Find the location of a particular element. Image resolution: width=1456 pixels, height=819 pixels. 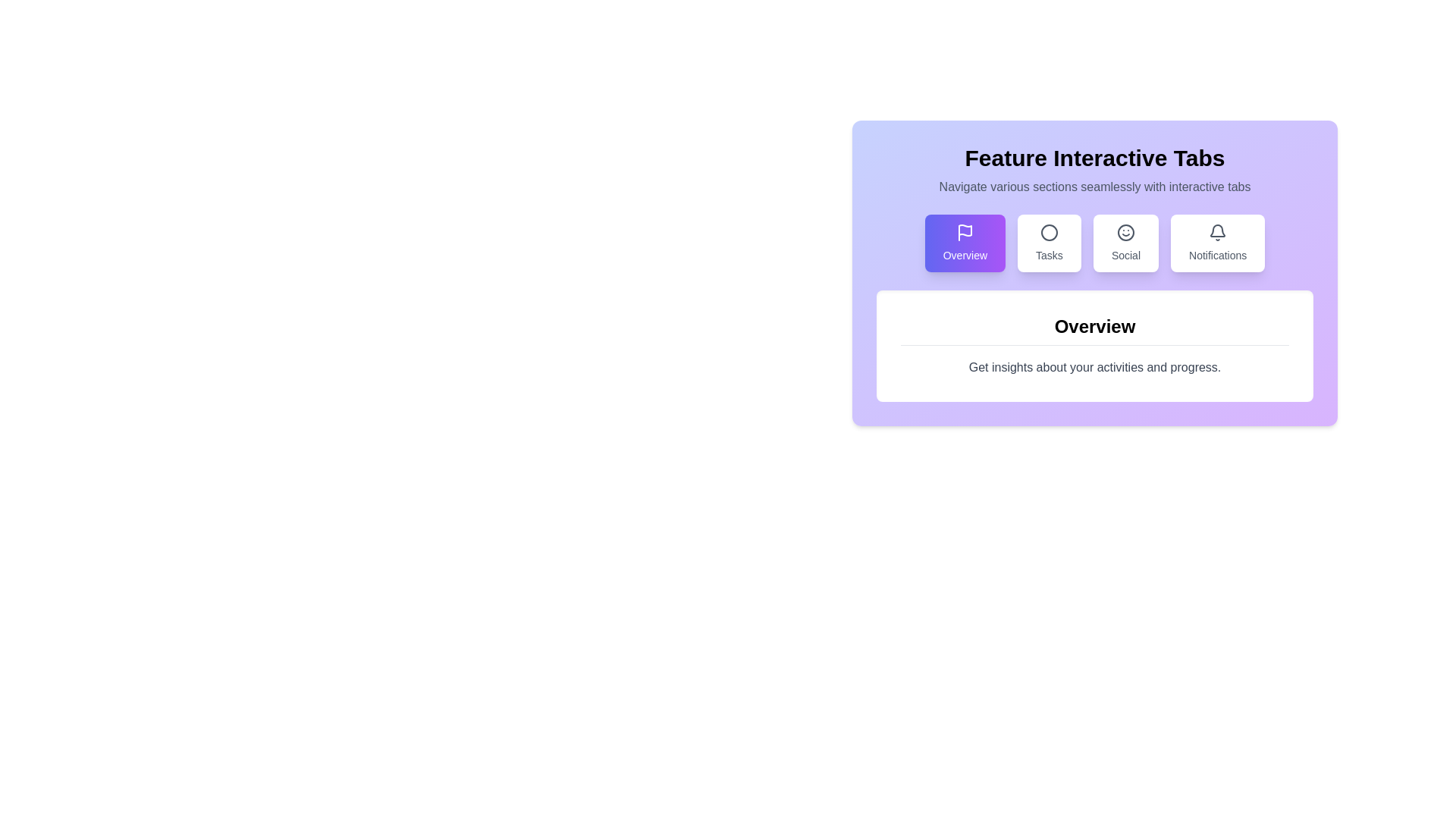

the rounded rectangle button with a white background labeled 'Tasks' is located at coordinates (1048, 242).